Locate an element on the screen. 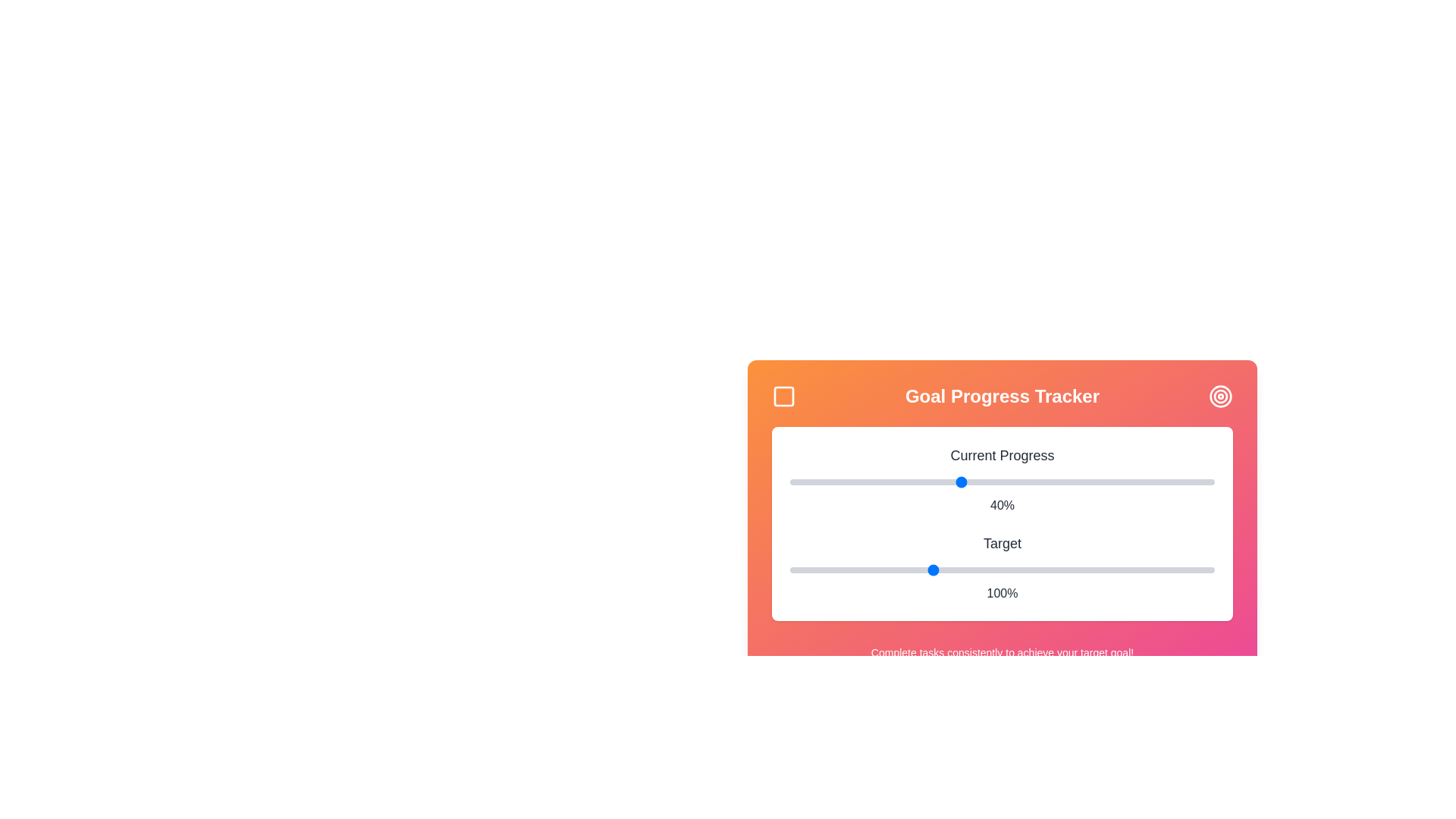  the 'Current Progress' slider to 94% is located at coordinates (1188, 482).